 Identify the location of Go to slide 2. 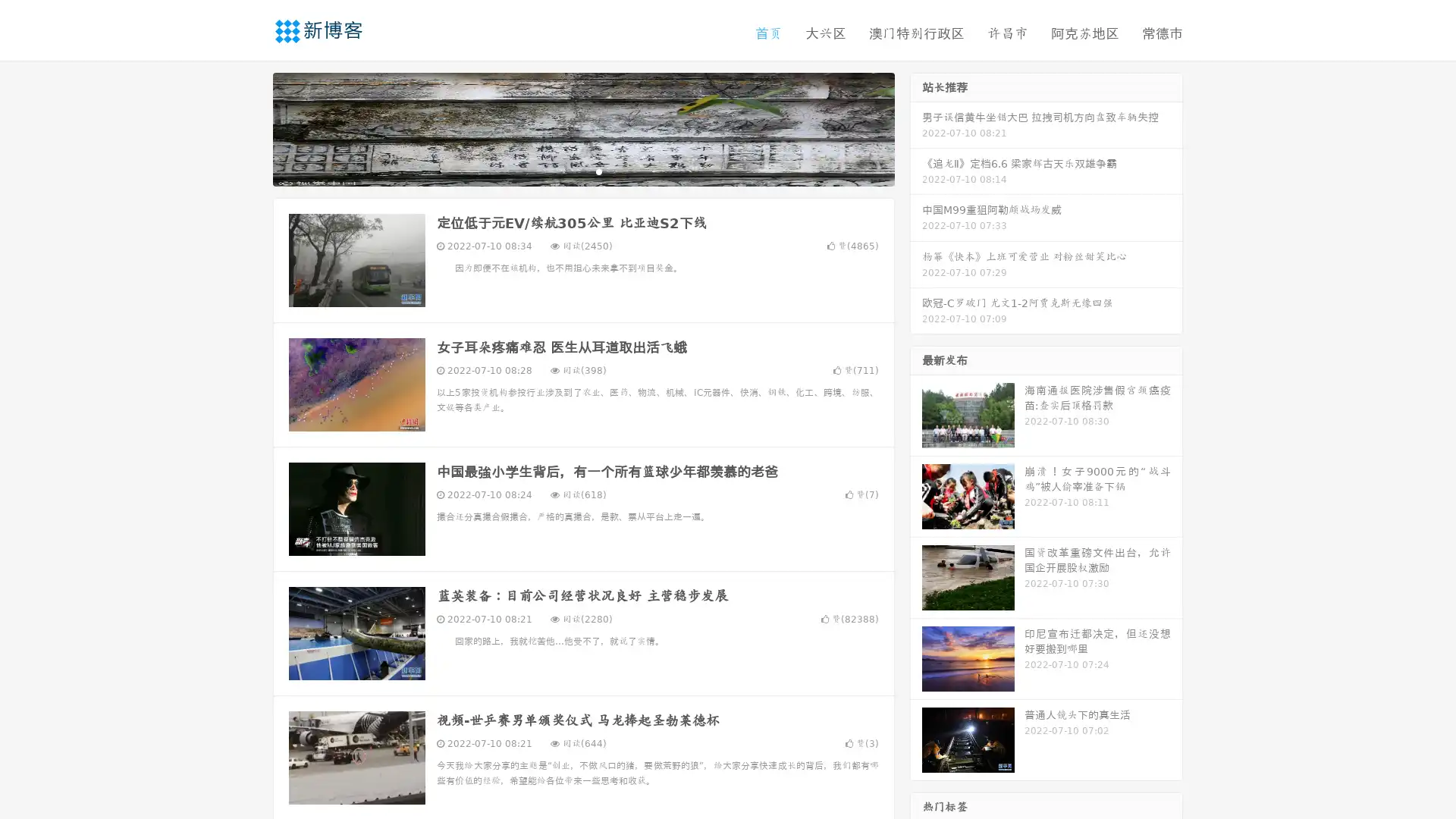
(582, 171).